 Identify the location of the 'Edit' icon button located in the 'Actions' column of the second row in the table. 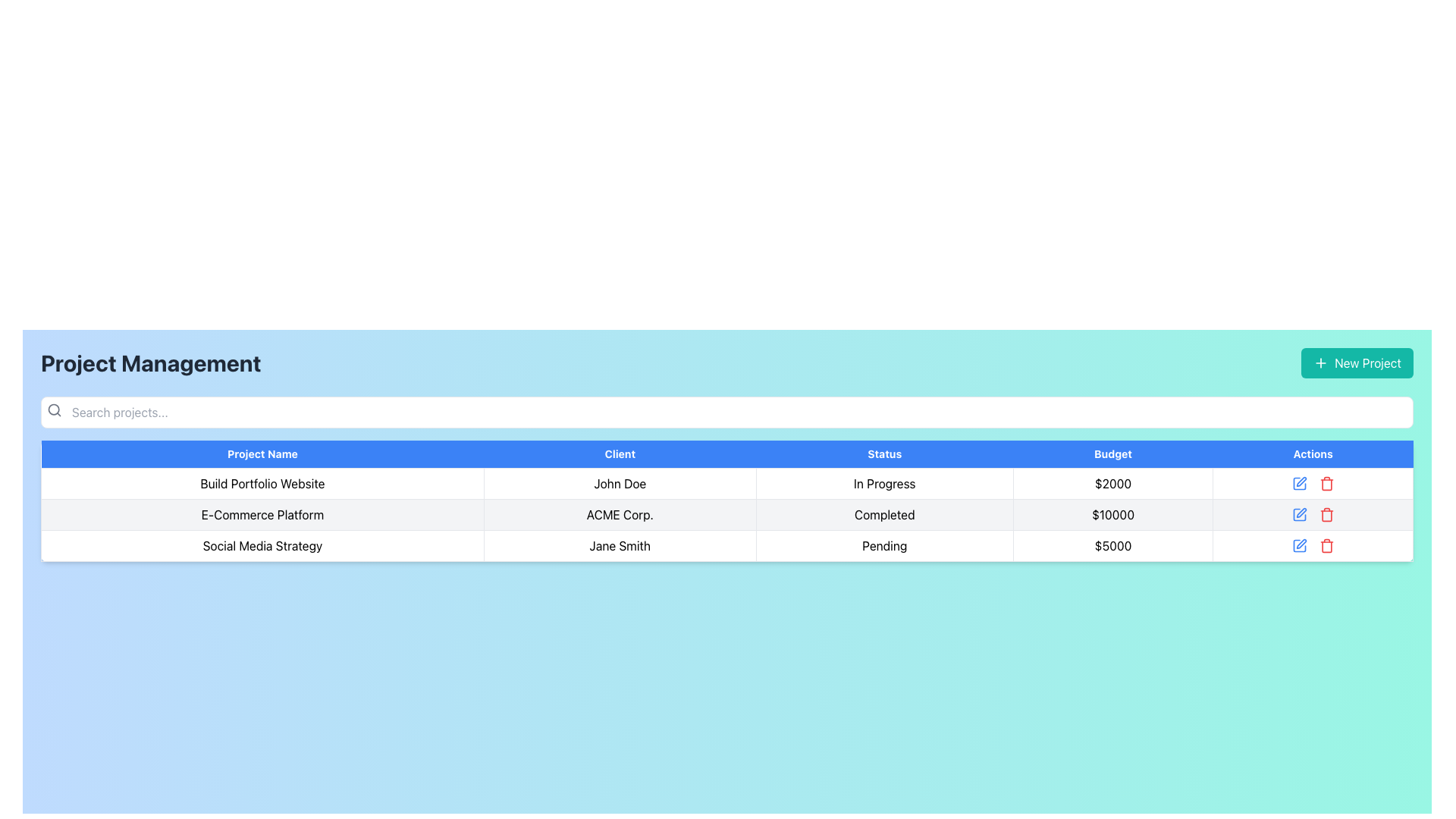
(1301, 512).